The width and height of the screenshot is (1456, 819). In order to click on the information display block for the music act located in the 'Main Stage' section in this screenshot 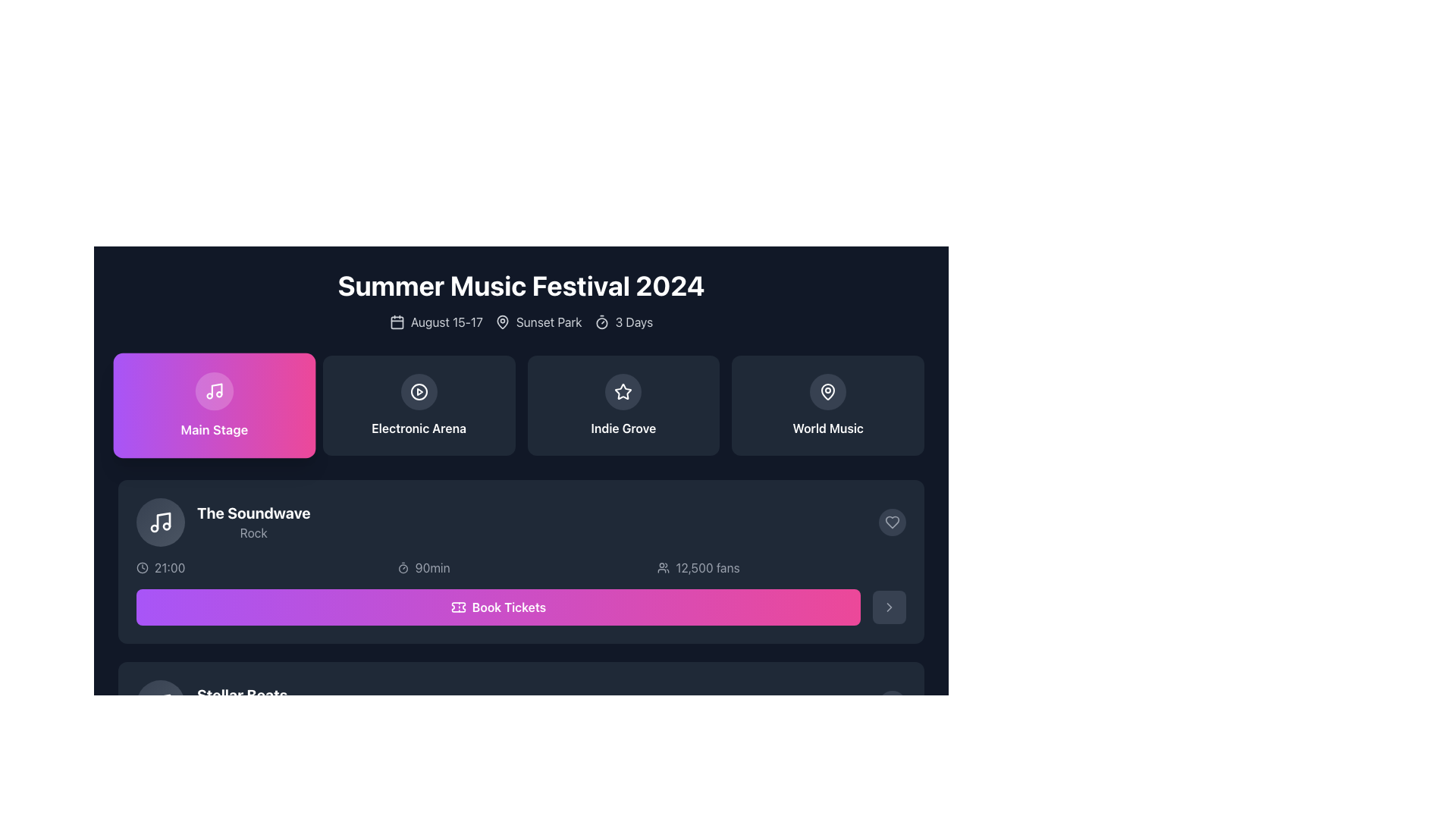, I will do `click(222, 522)`.